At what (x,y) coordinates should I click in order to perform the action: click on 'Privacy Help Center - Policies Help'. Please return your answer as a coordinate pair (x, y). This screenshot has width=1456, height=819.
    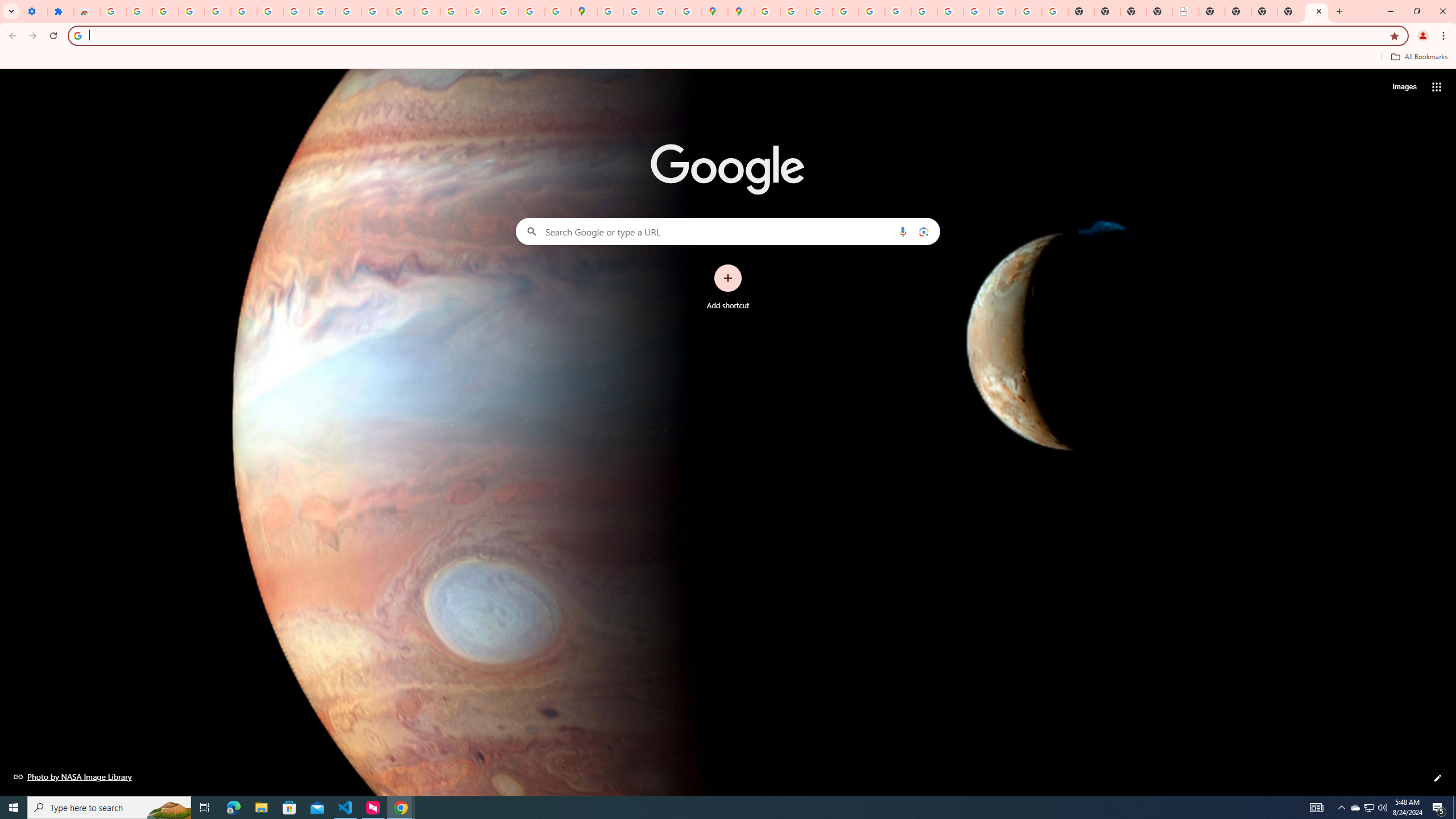
    Looking at the image, I should click on (845, 11).